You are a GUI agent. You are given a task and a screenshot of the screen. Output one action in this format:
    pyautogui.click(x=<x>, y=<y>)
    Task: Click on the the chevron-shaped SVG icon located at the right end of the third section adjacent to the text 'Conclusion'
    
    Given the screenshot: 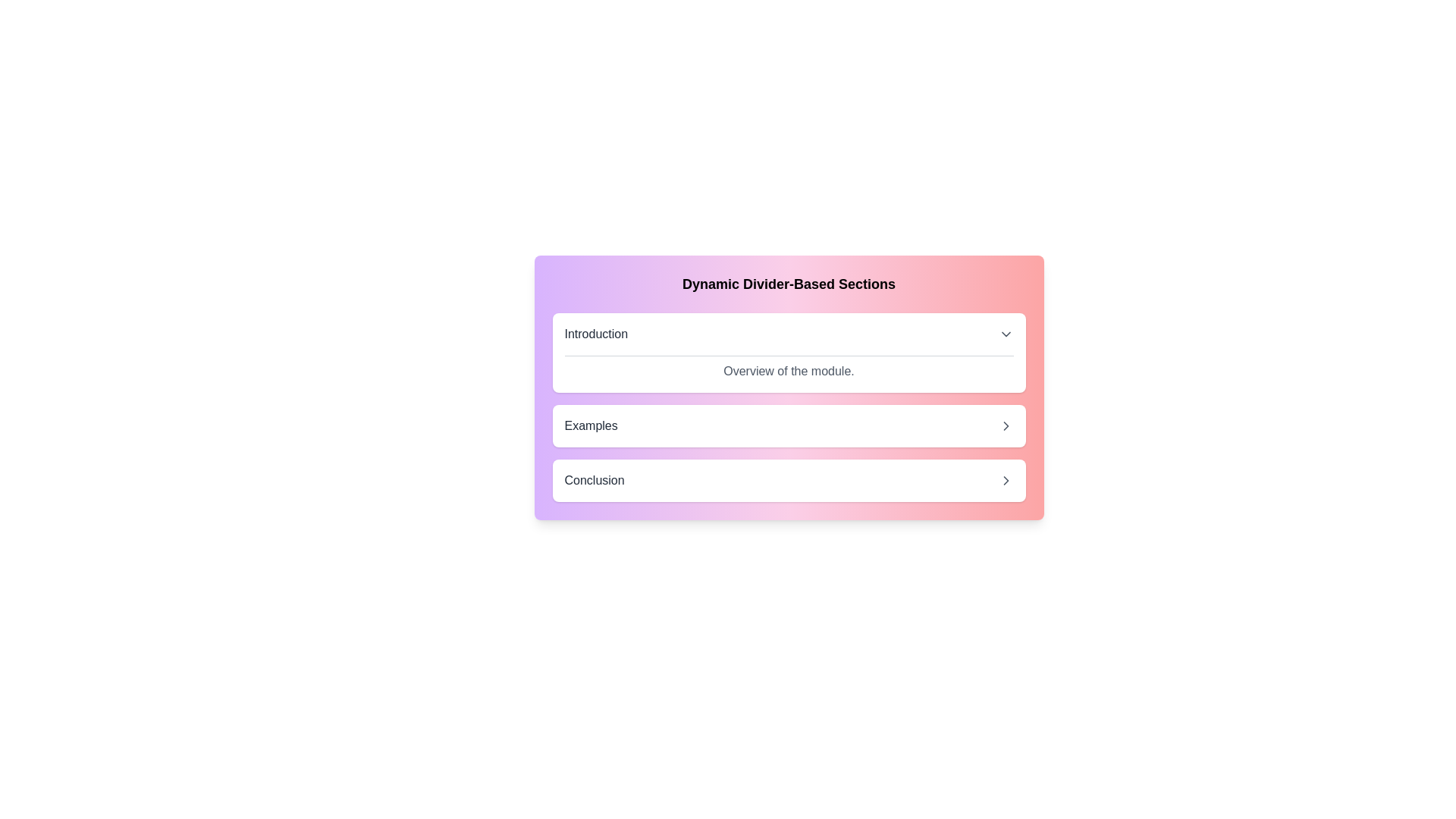 What is the action you would take?
    pyautogui.click(x=1006, y=480)
    